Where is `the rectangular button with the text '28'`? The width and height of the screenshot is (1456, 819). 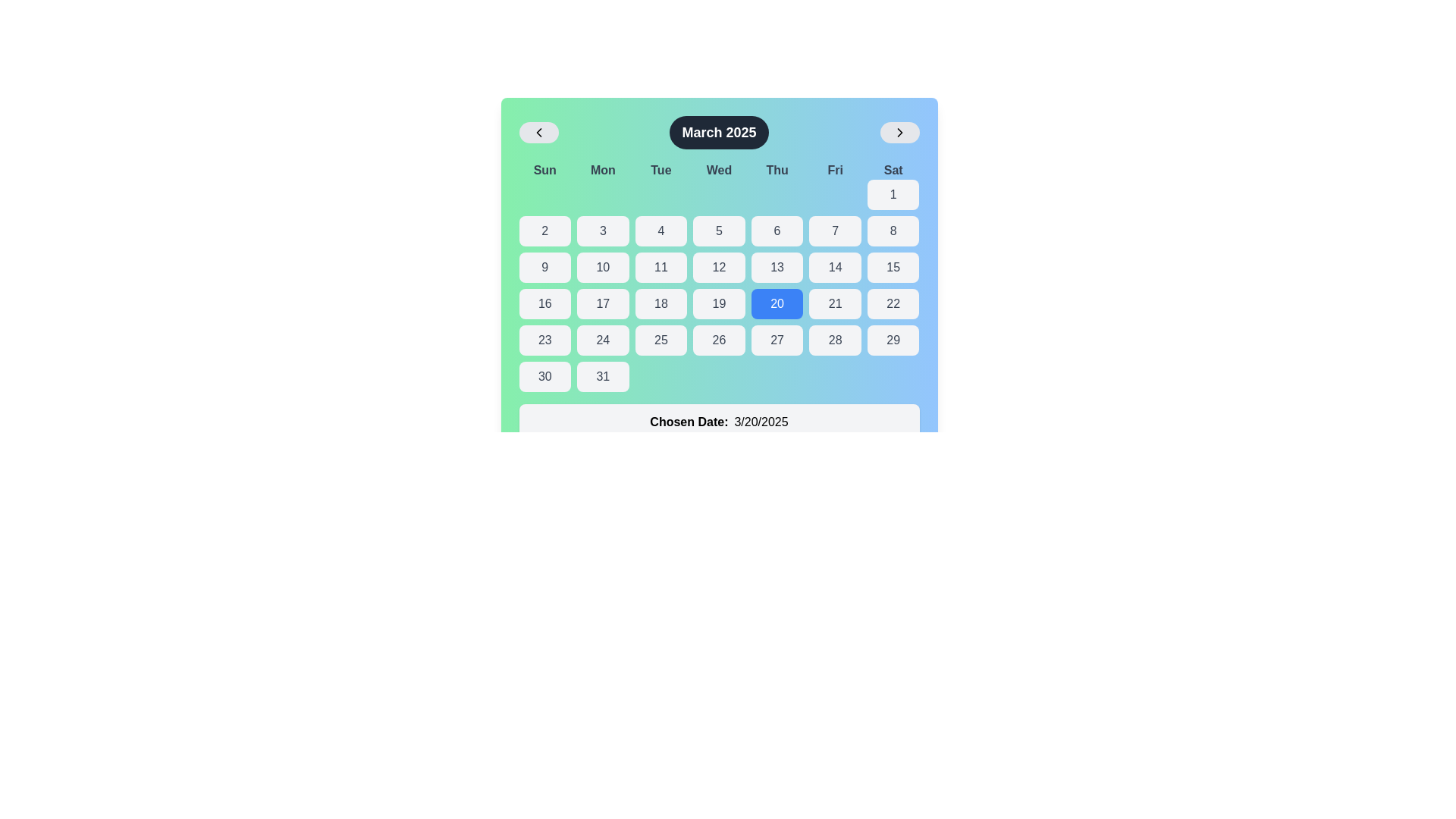
the rectangular button with the text '28' is located at coordinates (834, 339).